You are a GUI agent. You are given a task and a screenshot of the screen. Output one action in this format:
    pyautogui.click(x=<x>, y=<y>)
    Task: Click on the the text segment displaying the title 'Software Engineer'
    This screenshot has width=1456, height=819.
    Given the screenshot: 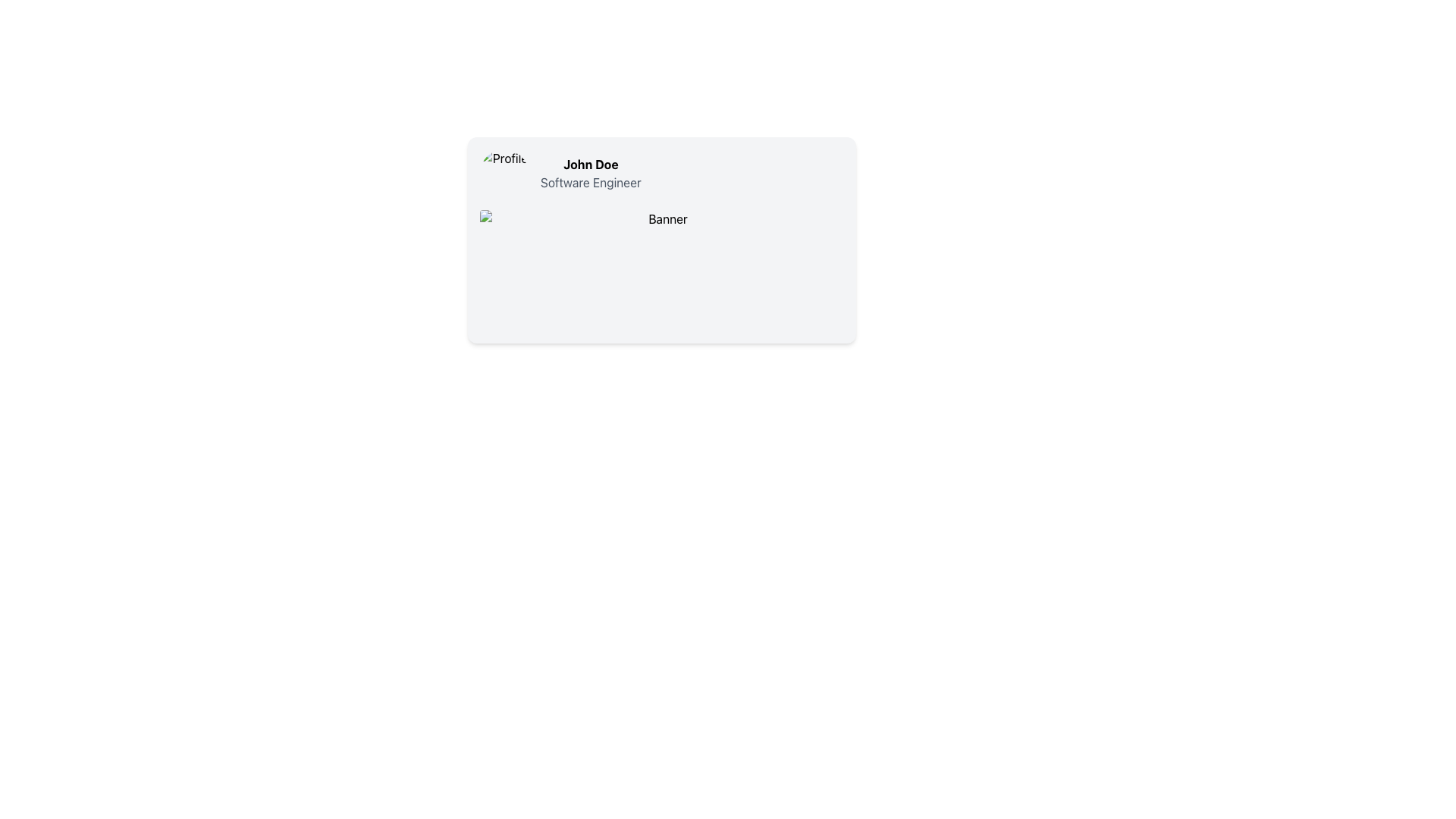 What is the action you would take?
    pyautogui.click(x=590, y=181)
    